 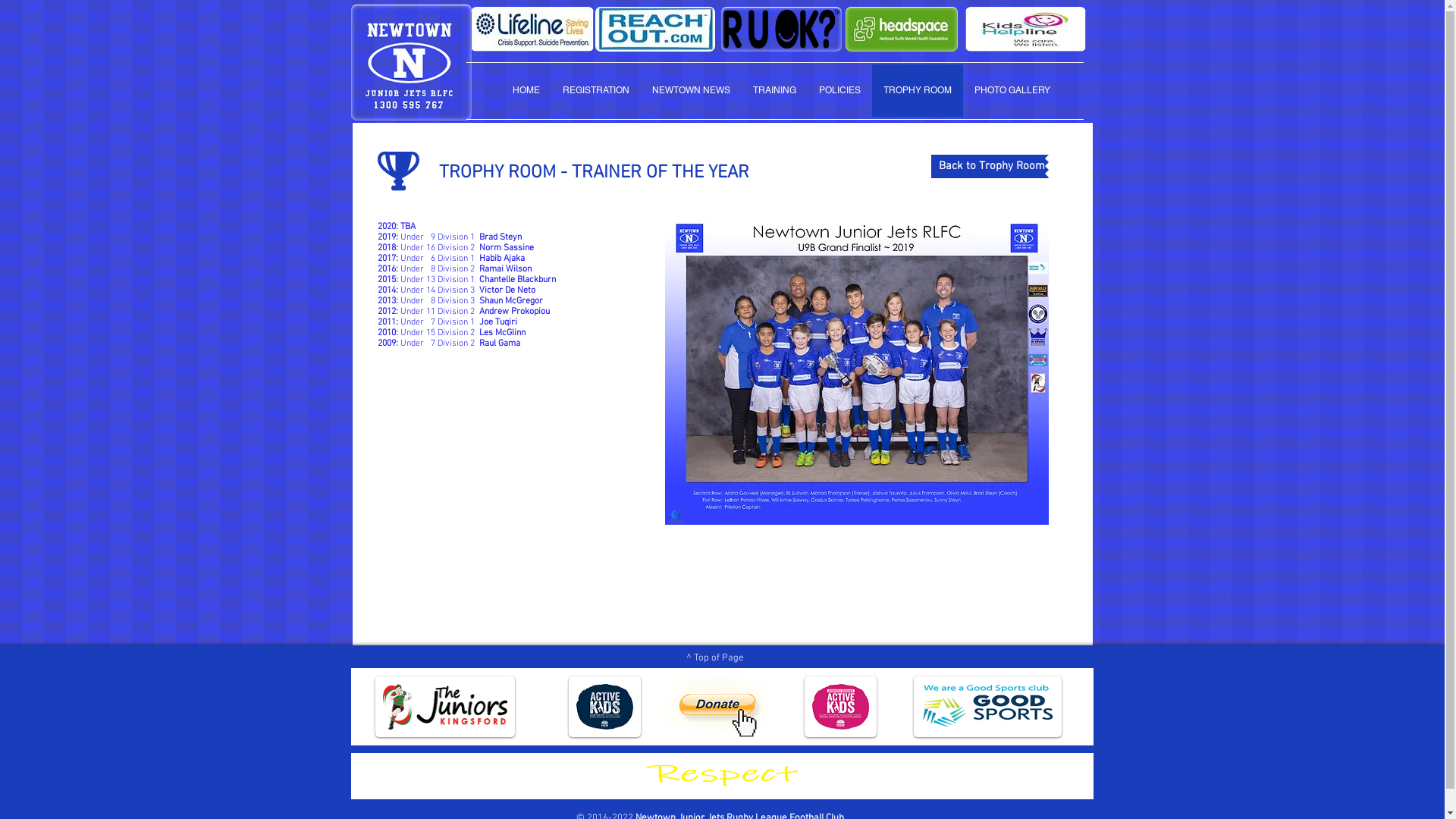 I want to click on 'TROPHY ROOM', so click(x=872, y=90).